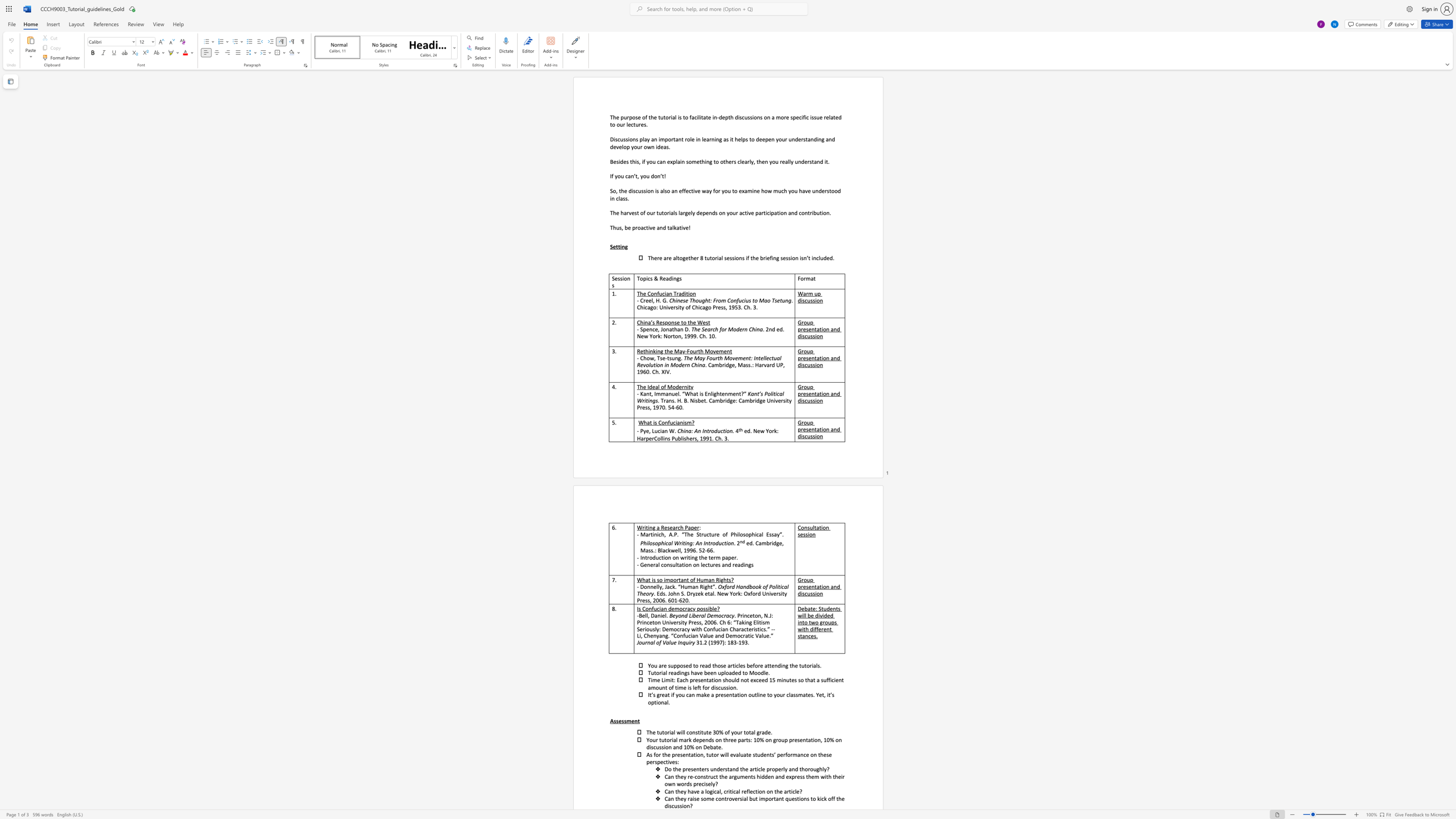 The height and width of the screenshot is (819, 1456). Describe the element at coordinates (694, 329) in the screenshot. I see `the subset text "he Search for M" within the text "The Search for Modern China"` at that location.